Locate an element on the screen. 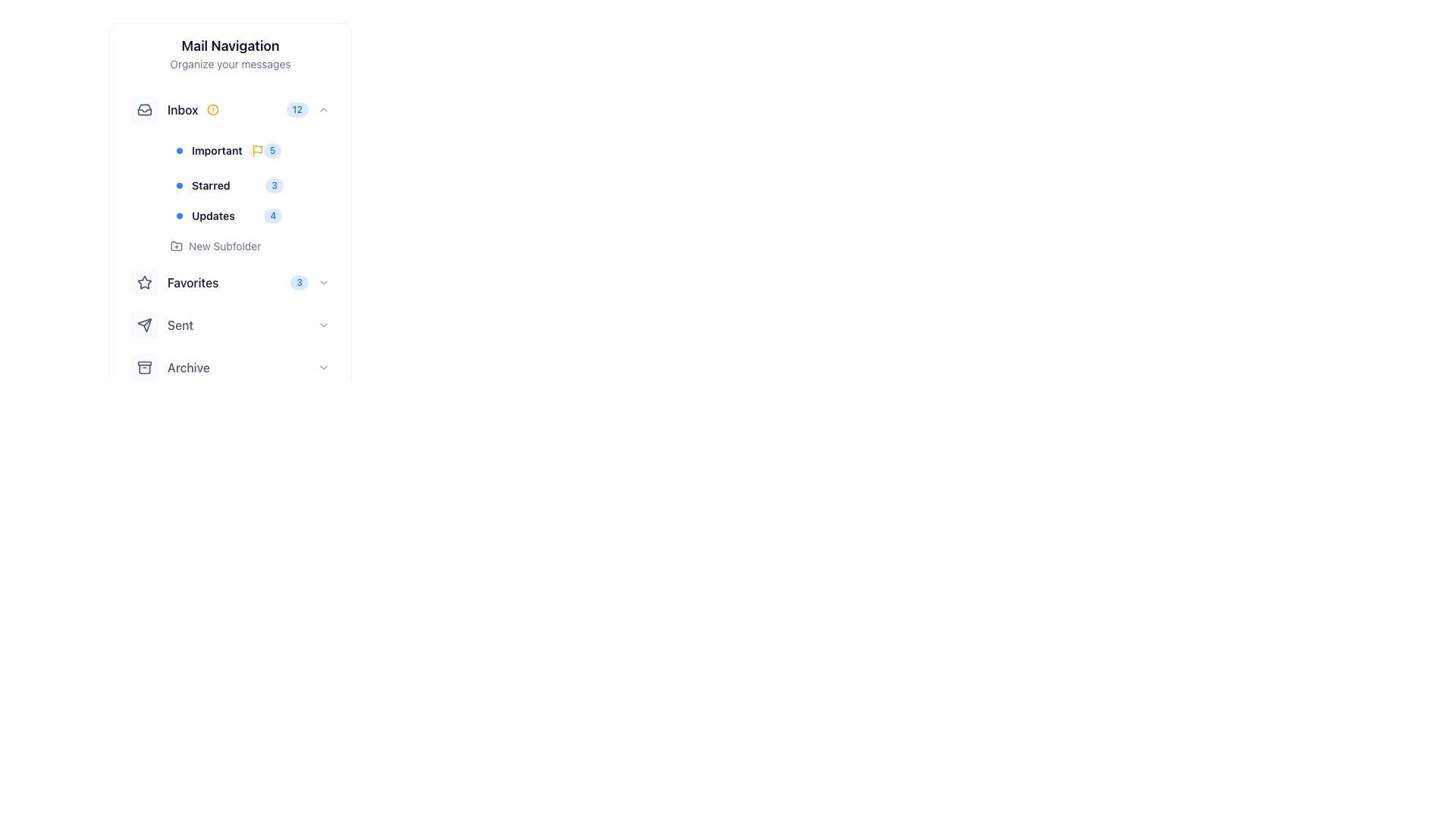  the triangular-shaped arrowhead 'send' icon located in the mail navigation sidebar, positioned between the 'Favorites' and 'Archive' sections as a static decoration is located at coordinates (145, 324).